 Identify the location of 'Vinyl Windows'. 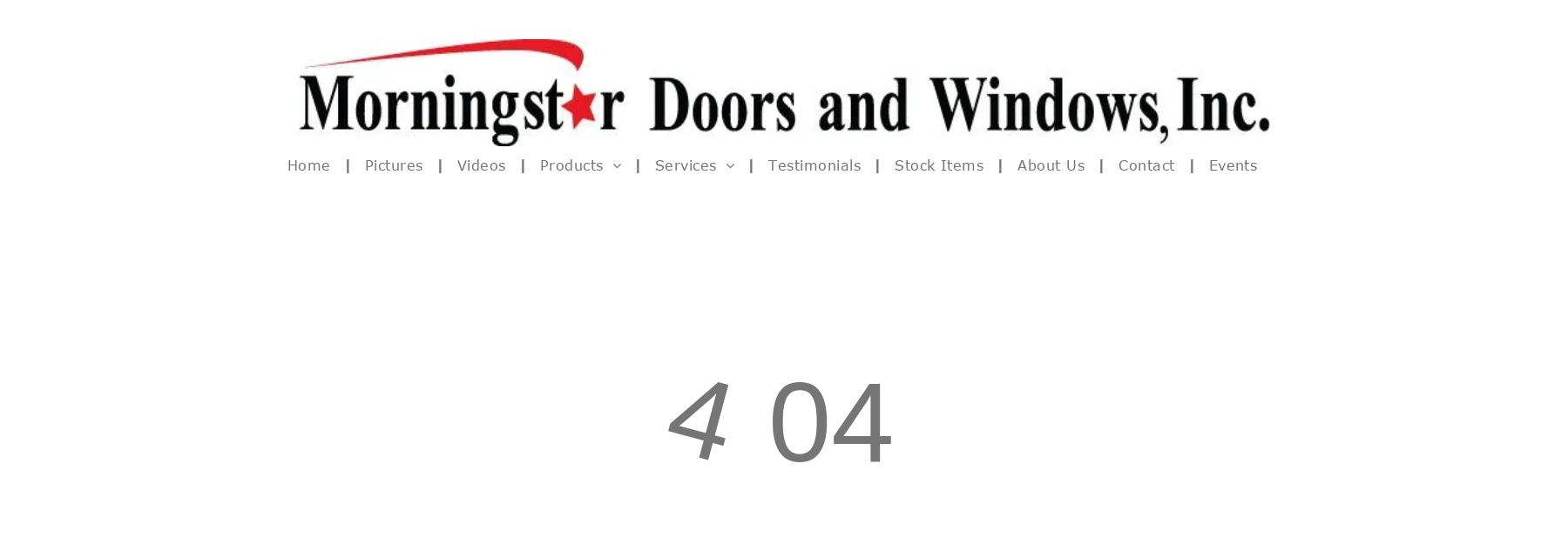
(551, 236).